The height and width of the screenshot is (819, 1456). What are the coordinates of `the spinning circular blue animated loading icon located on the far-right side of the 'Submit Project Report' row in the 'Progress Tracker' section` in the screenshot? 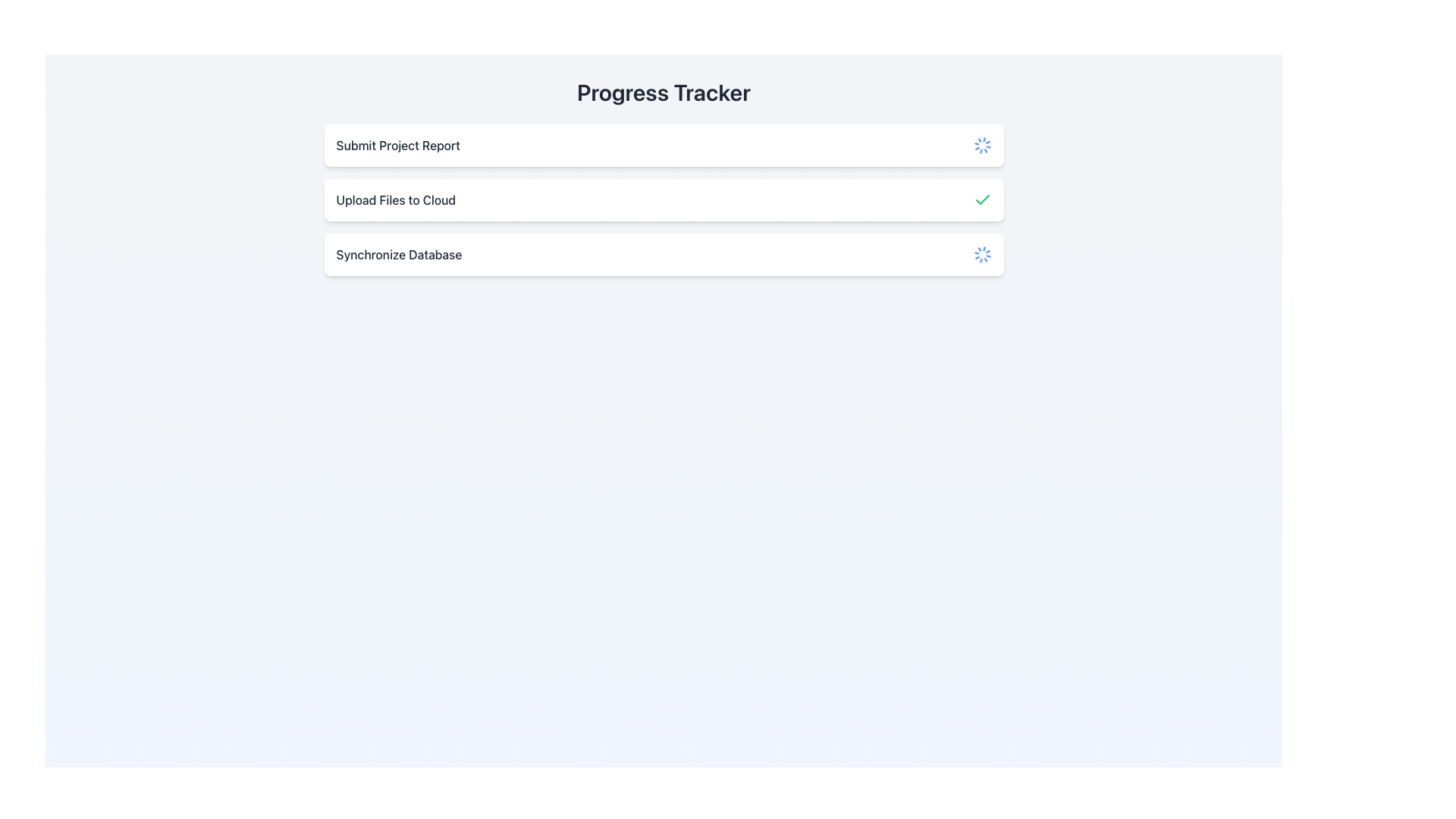 It's located at (982, 146).